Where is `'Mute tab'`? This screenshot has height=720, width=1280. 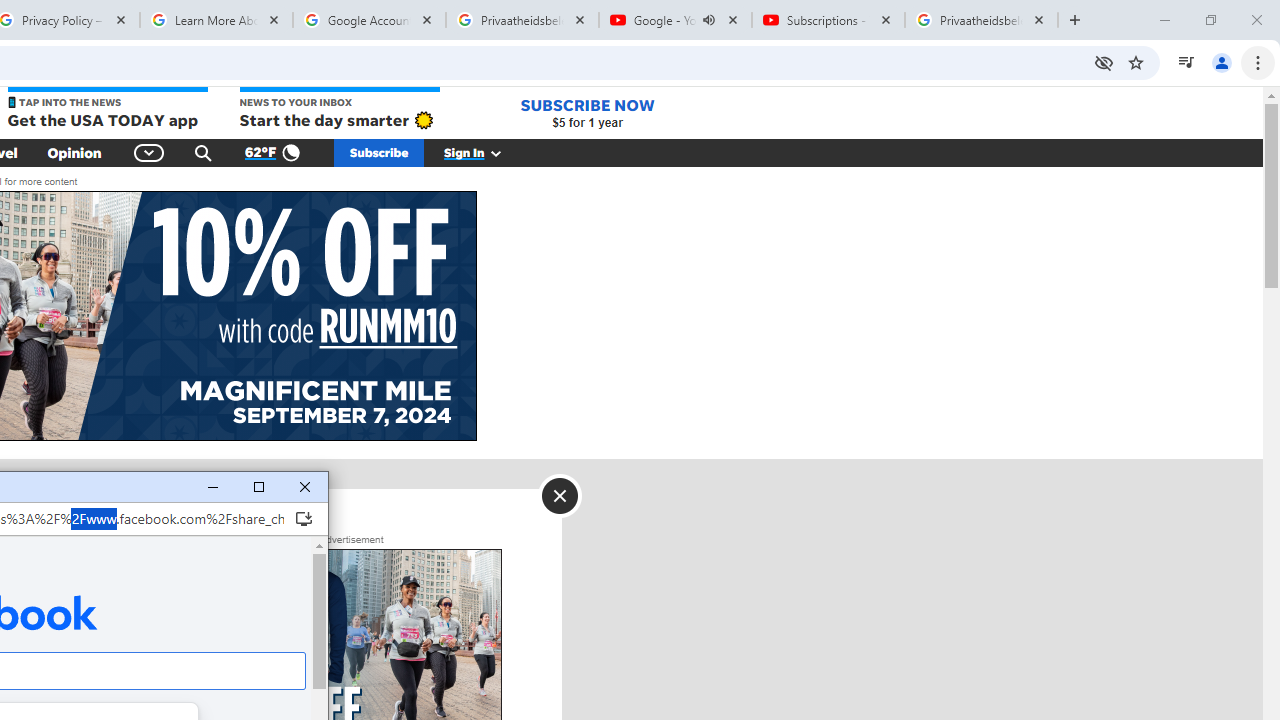
'Mute tab' is located at coordinates (709, 20).